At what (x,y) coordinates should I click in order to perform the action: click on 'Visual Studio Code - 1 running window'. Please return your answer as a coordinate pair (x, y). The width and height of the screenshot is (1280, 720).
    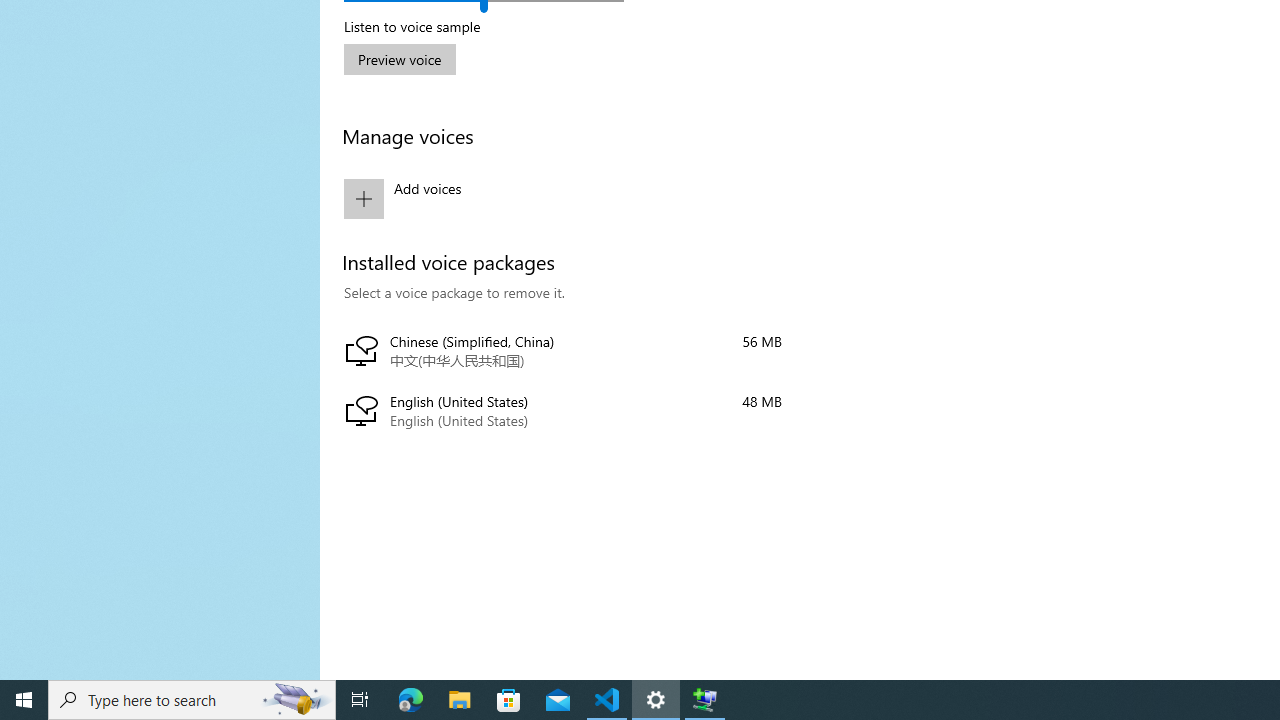
    Looking at the image, I should click on (606, 698).